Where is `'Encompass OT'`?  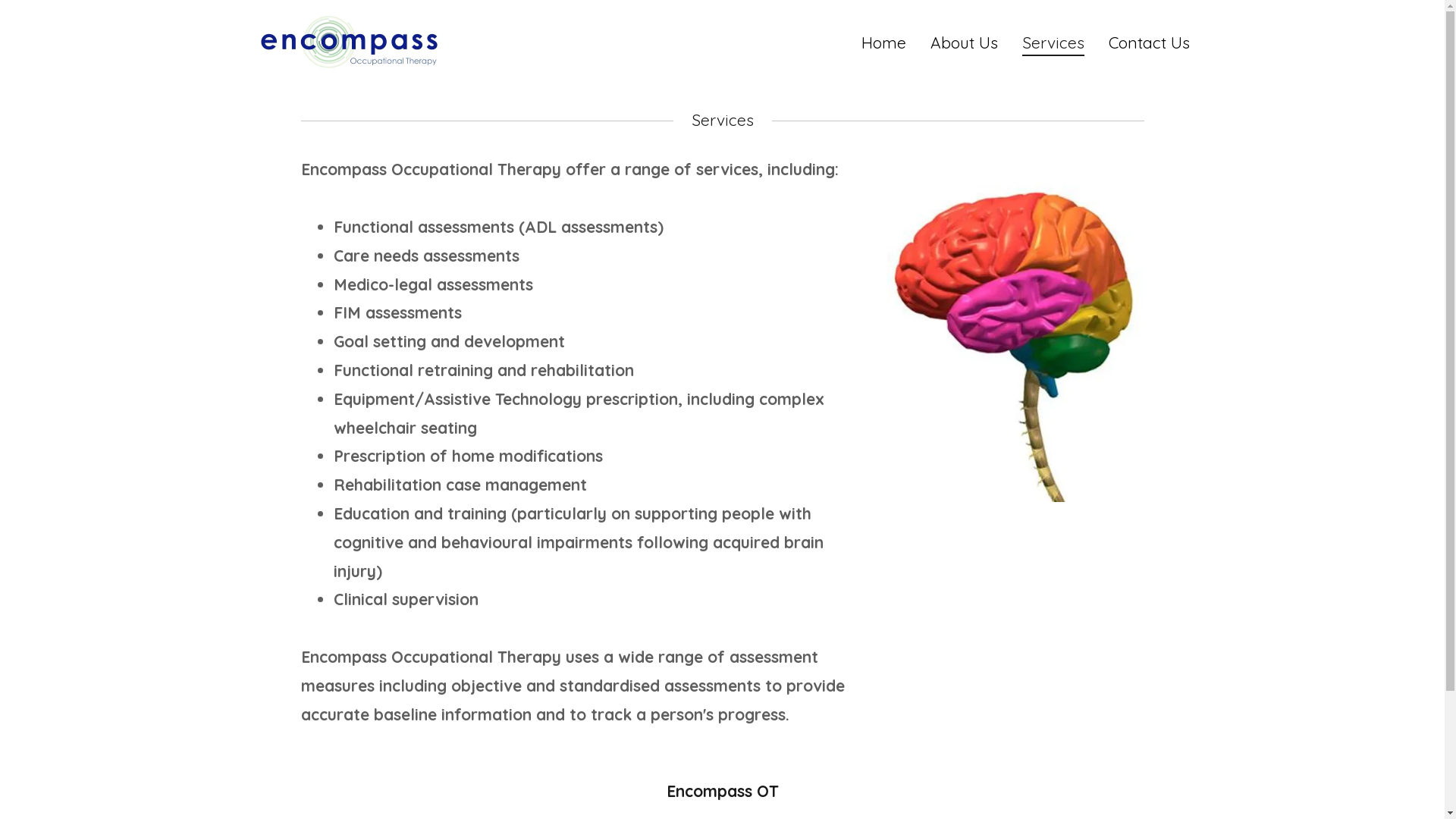
'Encompass OT' is located at coordinates (347, 39).